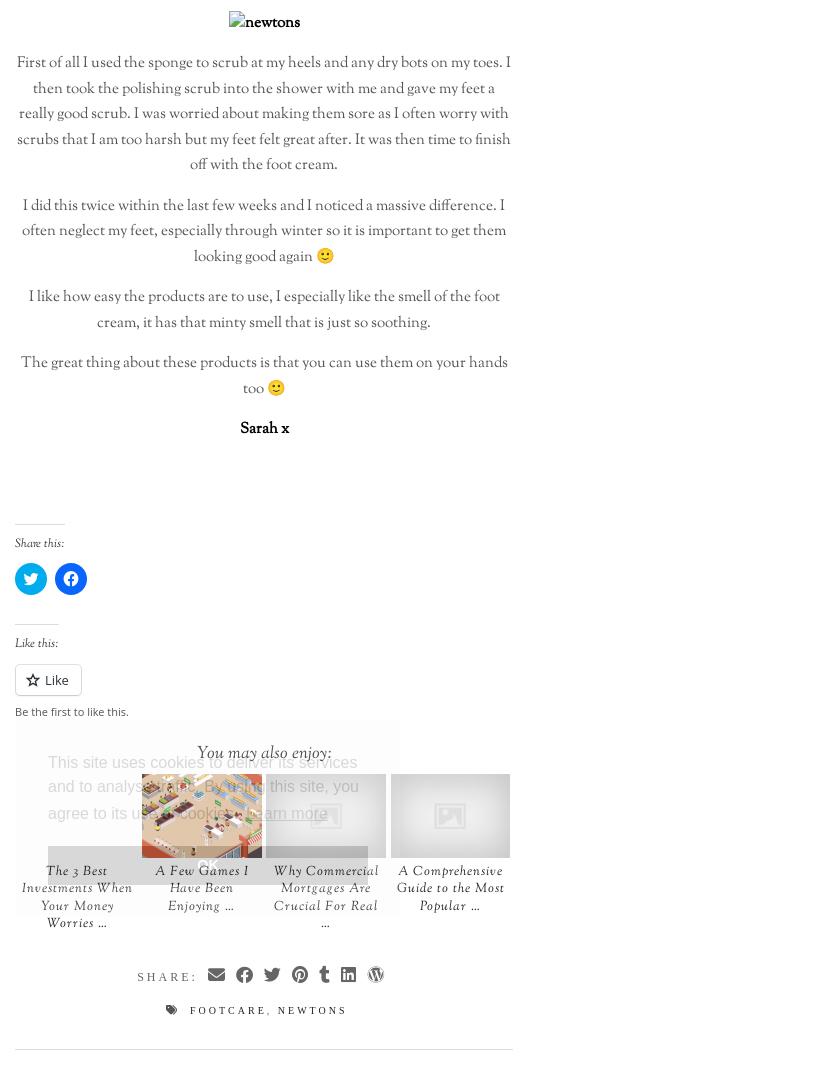  What do you see at coordinates (263, 428) in the screenshot?
I see `'Sarah x'` at bounding box center [263, 428].